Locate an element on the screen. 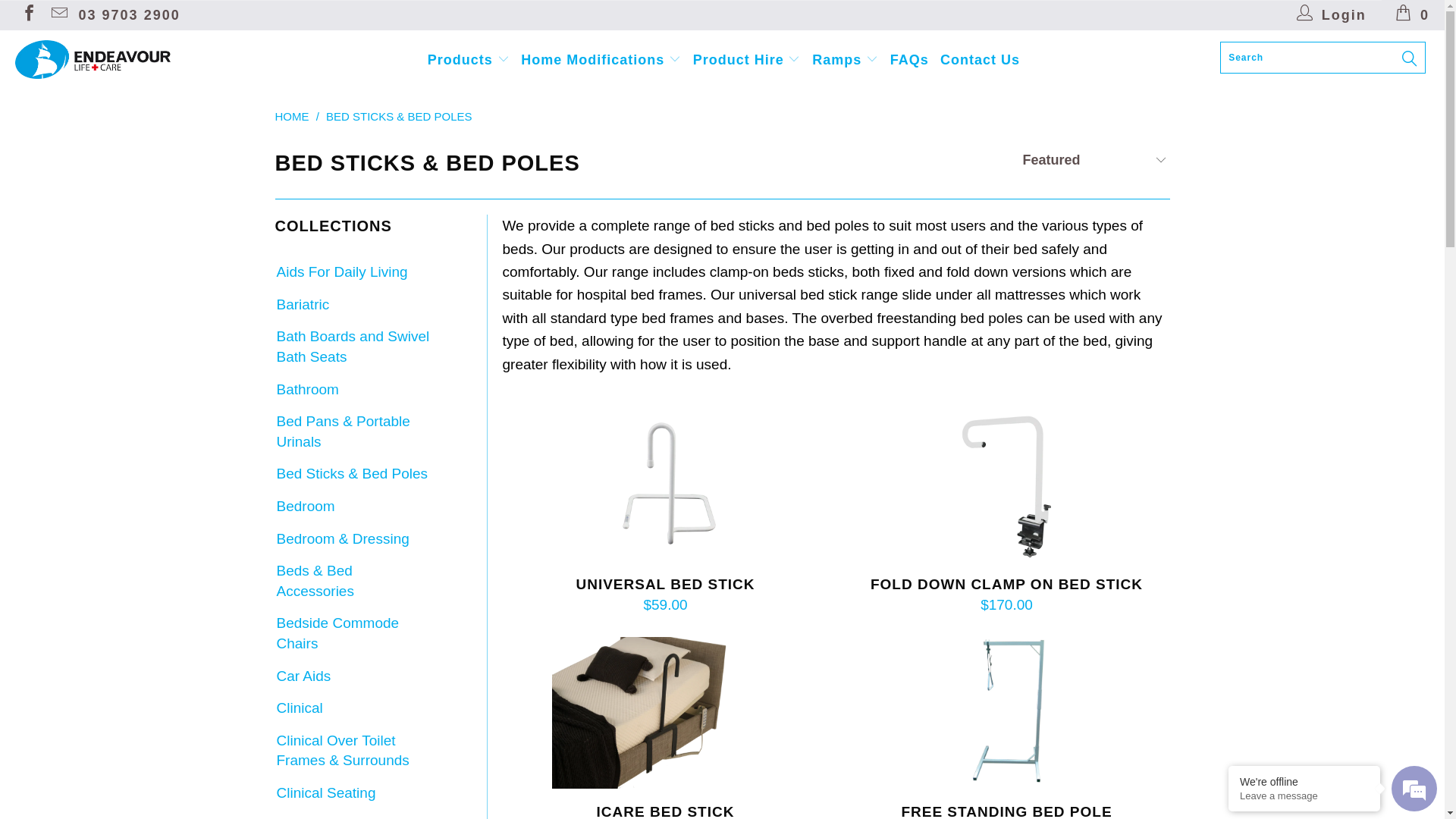 This screenshot has width=1456, height=819. 'Bed Sticks & Bed Poles' is located at coordinates (274, 473).